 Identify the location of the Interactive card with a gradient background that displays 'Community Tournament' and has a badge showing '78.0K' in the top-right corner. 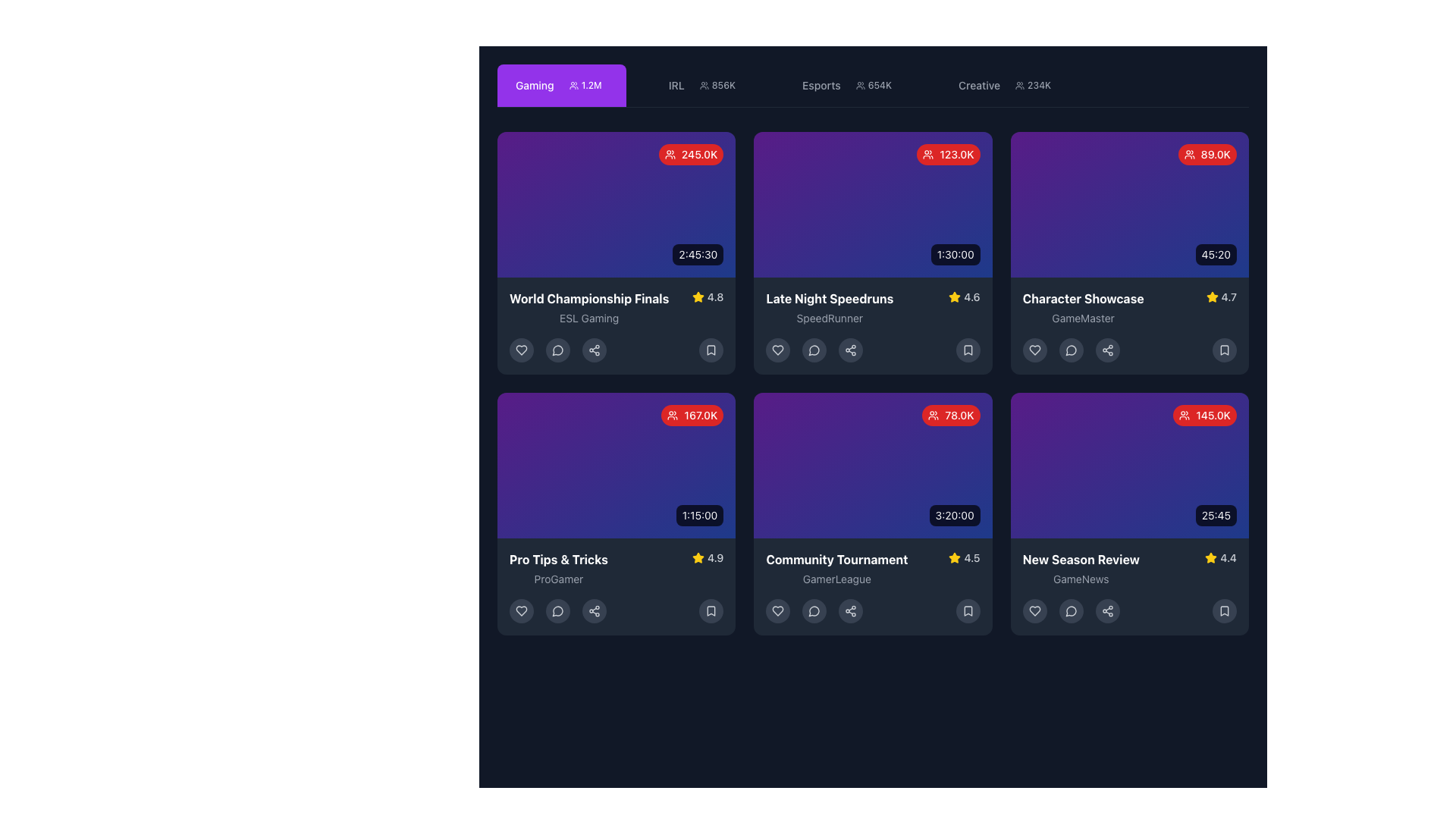
(873, 513).